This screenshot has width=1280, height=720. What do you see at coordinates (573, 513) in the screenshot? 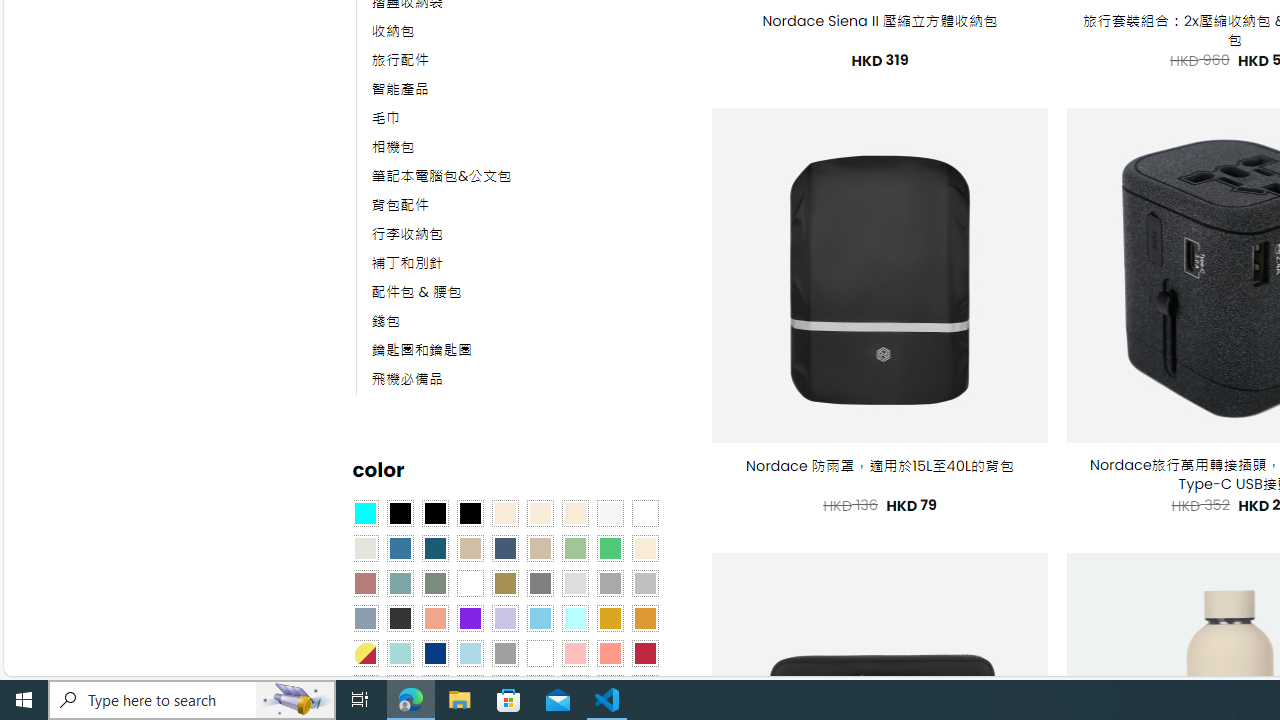
I see `'Cream'` at bounding box center [573, 513].